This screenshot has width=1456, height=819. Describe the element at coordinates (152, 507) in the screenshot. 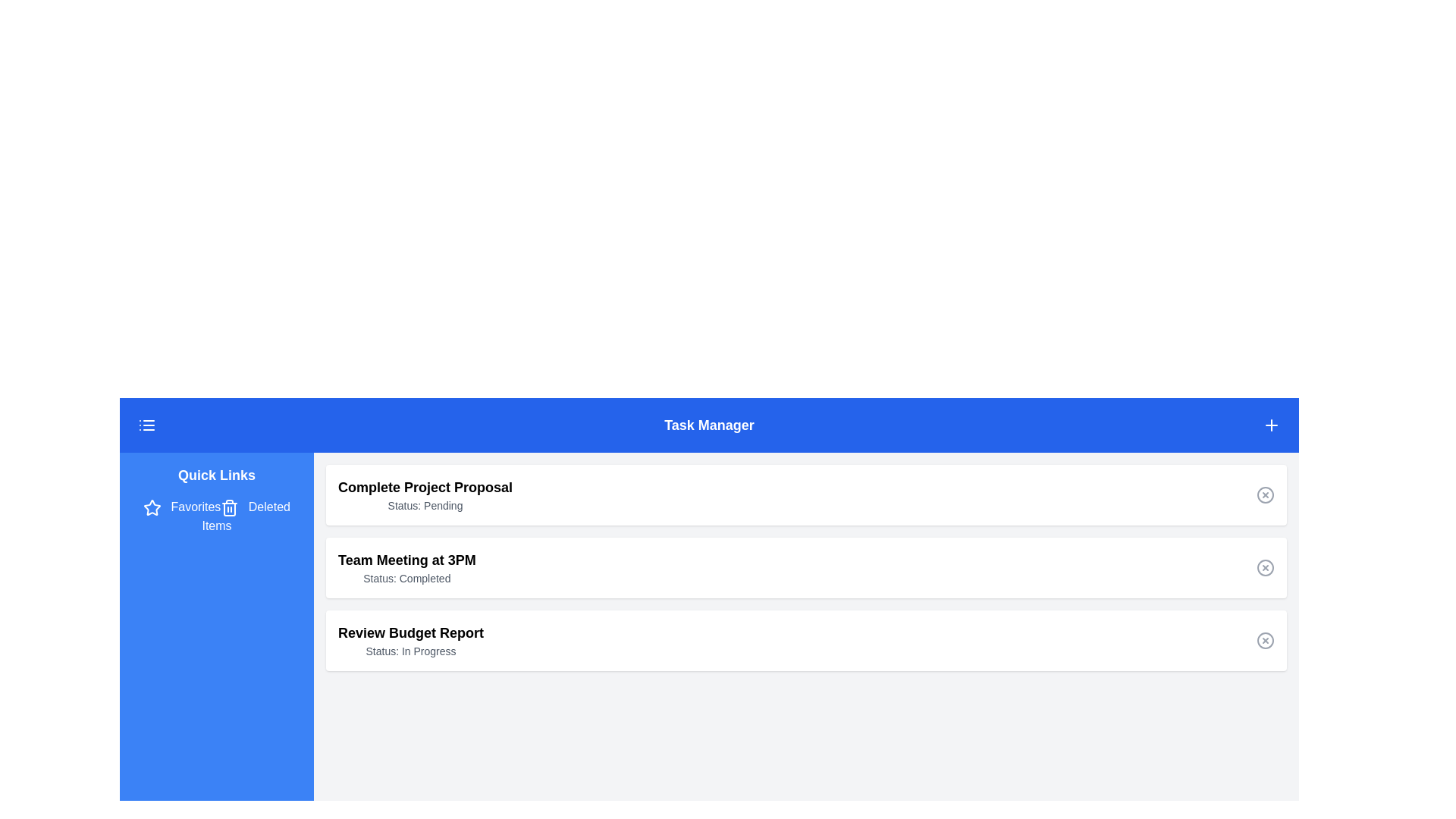

I see `the star-shaped icon with a blue fill and a white border located in the navigation panel` at that location.